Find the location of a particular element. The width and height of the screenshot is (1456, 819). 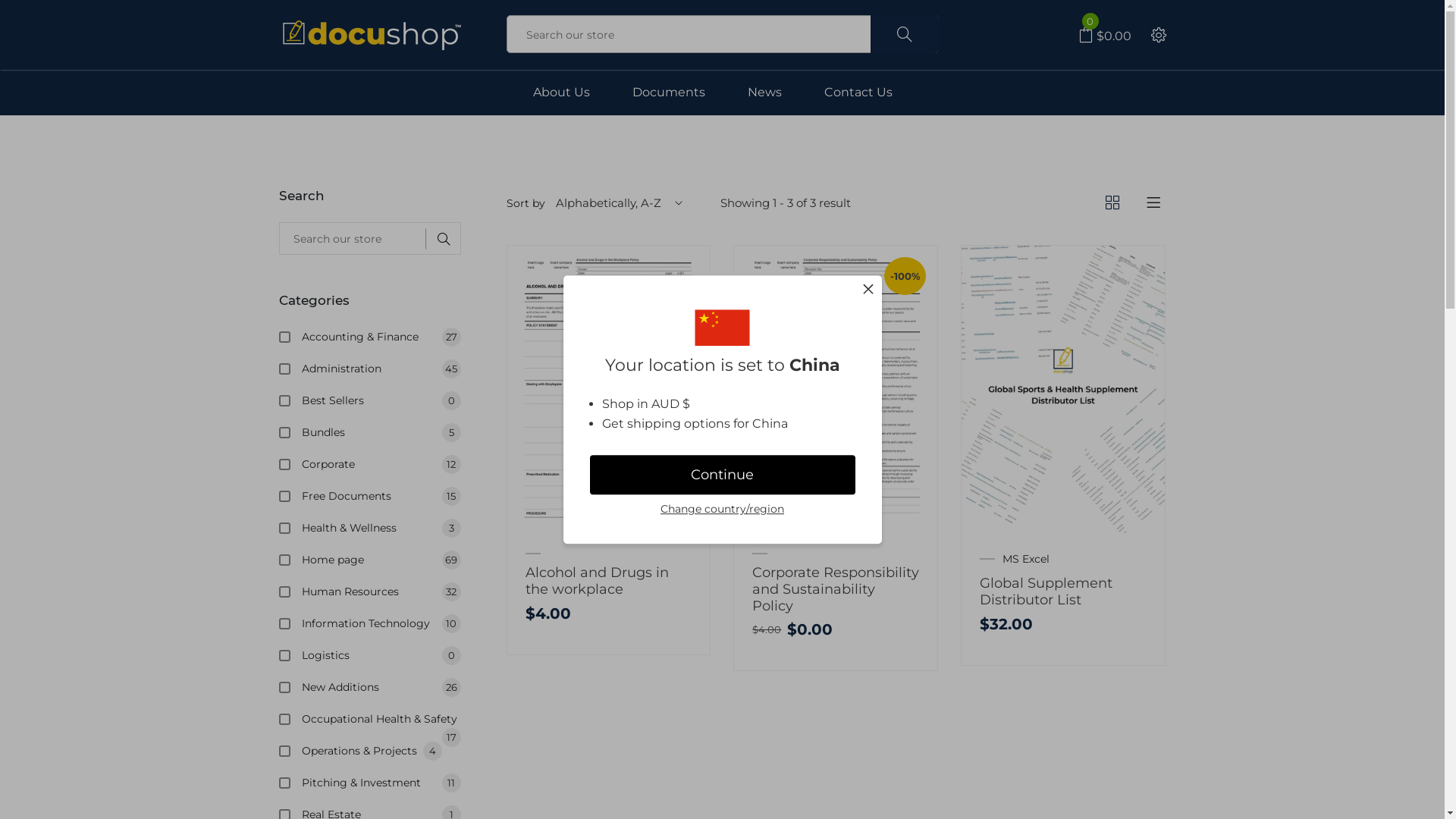

'Pitching & Investment is located at coordinates (381, 783).